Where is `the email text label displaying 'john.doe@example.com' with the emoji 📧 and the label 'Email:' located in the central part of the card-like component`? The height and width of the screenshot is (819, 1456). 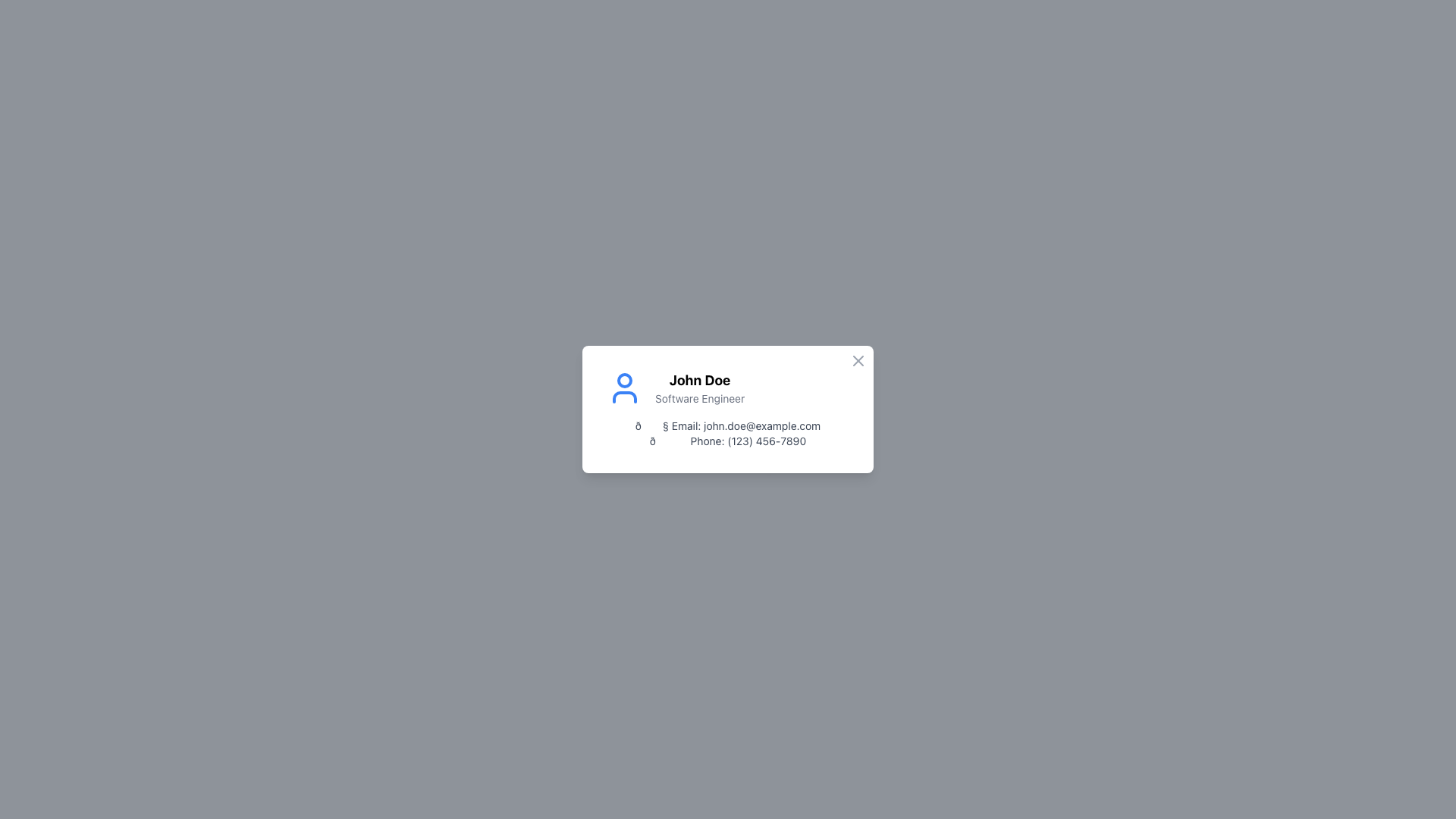
the email text label displaying 'john.doe@example.com' with the emoji 📧 and the label 'Email:' located in the central part of the card-like component is located at coordinates (728, 426).